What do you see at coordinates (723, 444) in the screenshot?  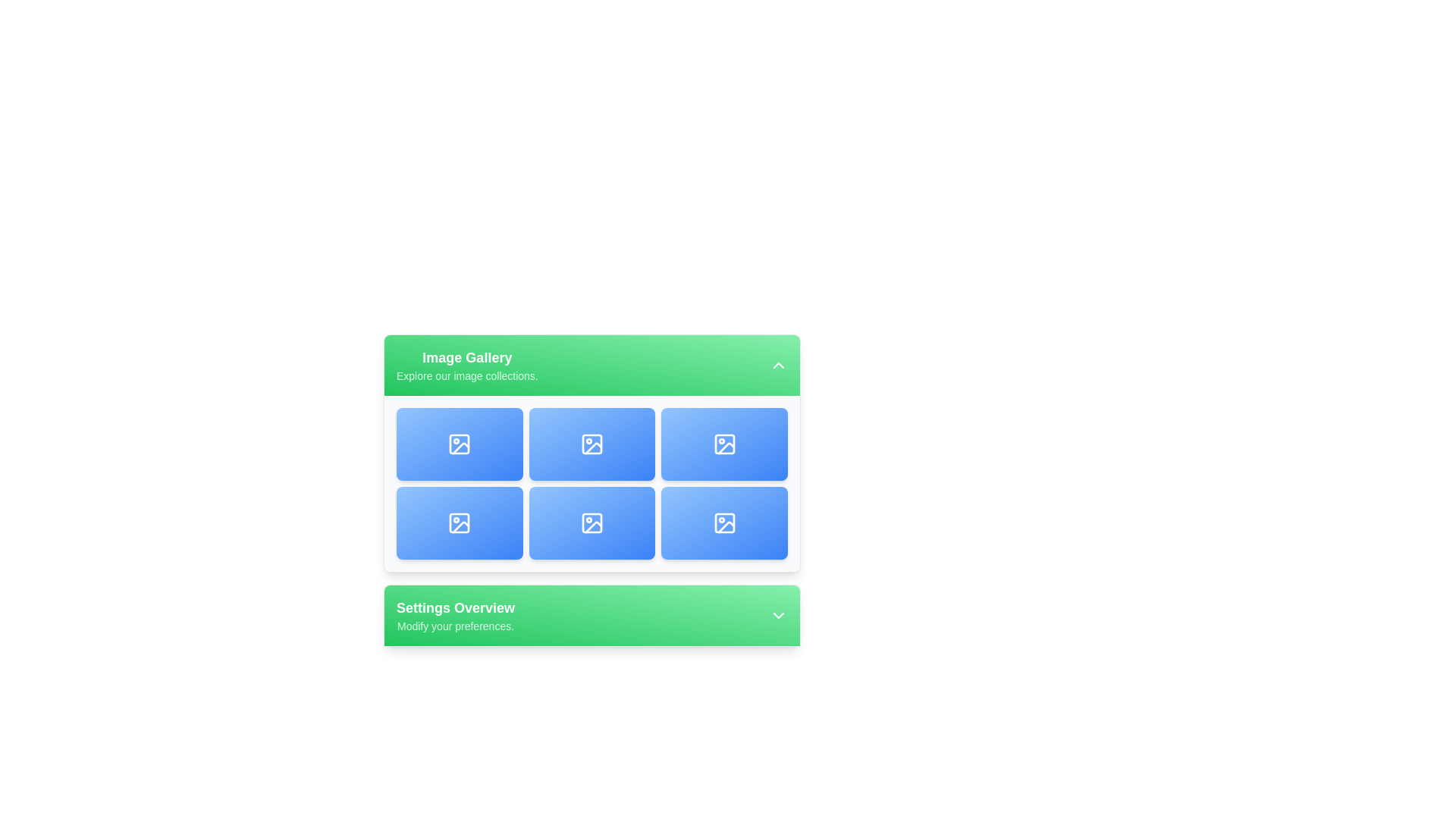 I see `the last clickable card or thumbnail in the first row of the 3x3 grid under the 'Image Gallery' section` at bounding box center [723, 444].